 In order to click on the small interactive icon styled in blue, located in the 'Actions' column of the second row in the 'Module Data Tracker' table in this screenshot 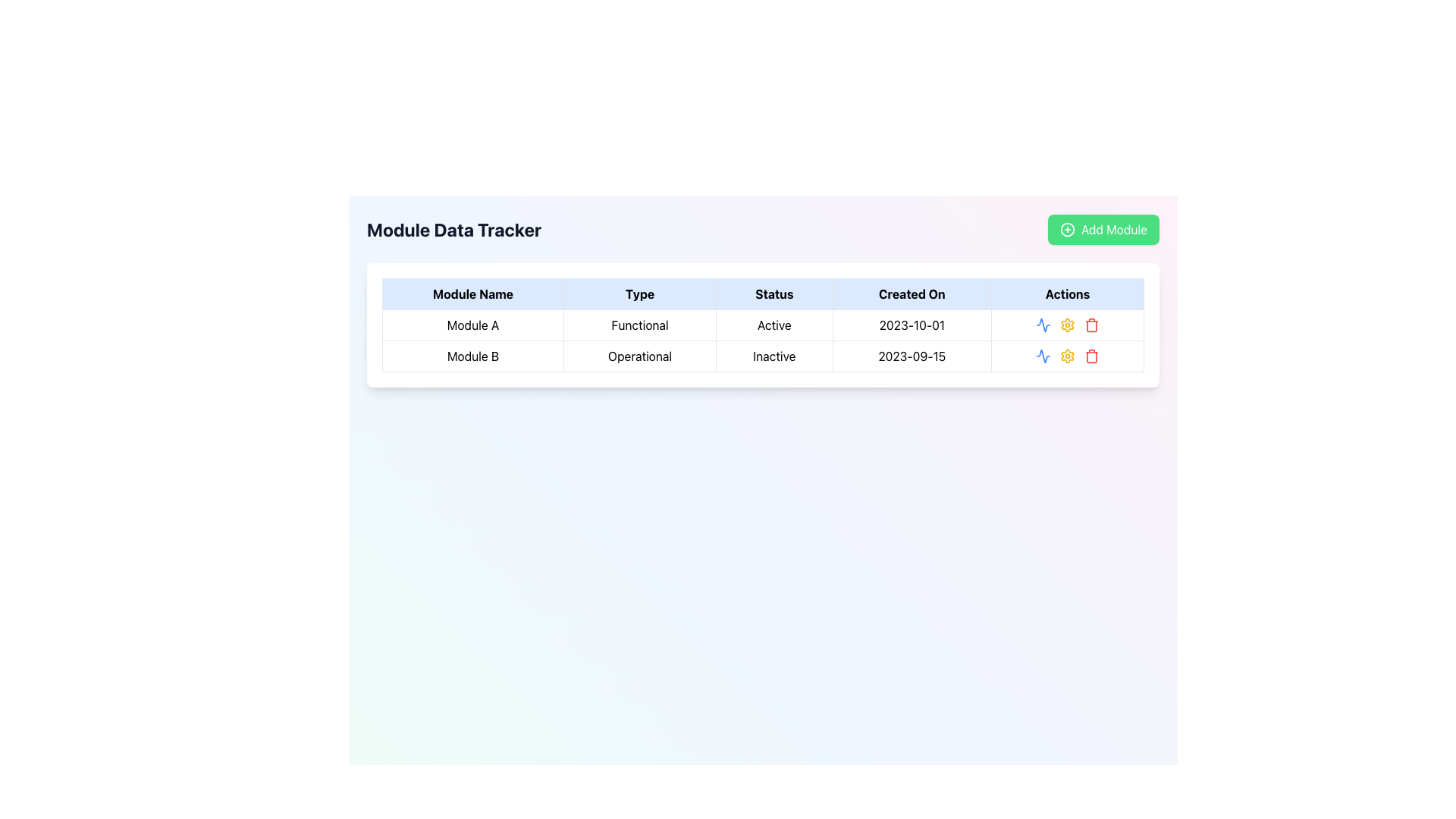, I will do `click(1043, 324)`.